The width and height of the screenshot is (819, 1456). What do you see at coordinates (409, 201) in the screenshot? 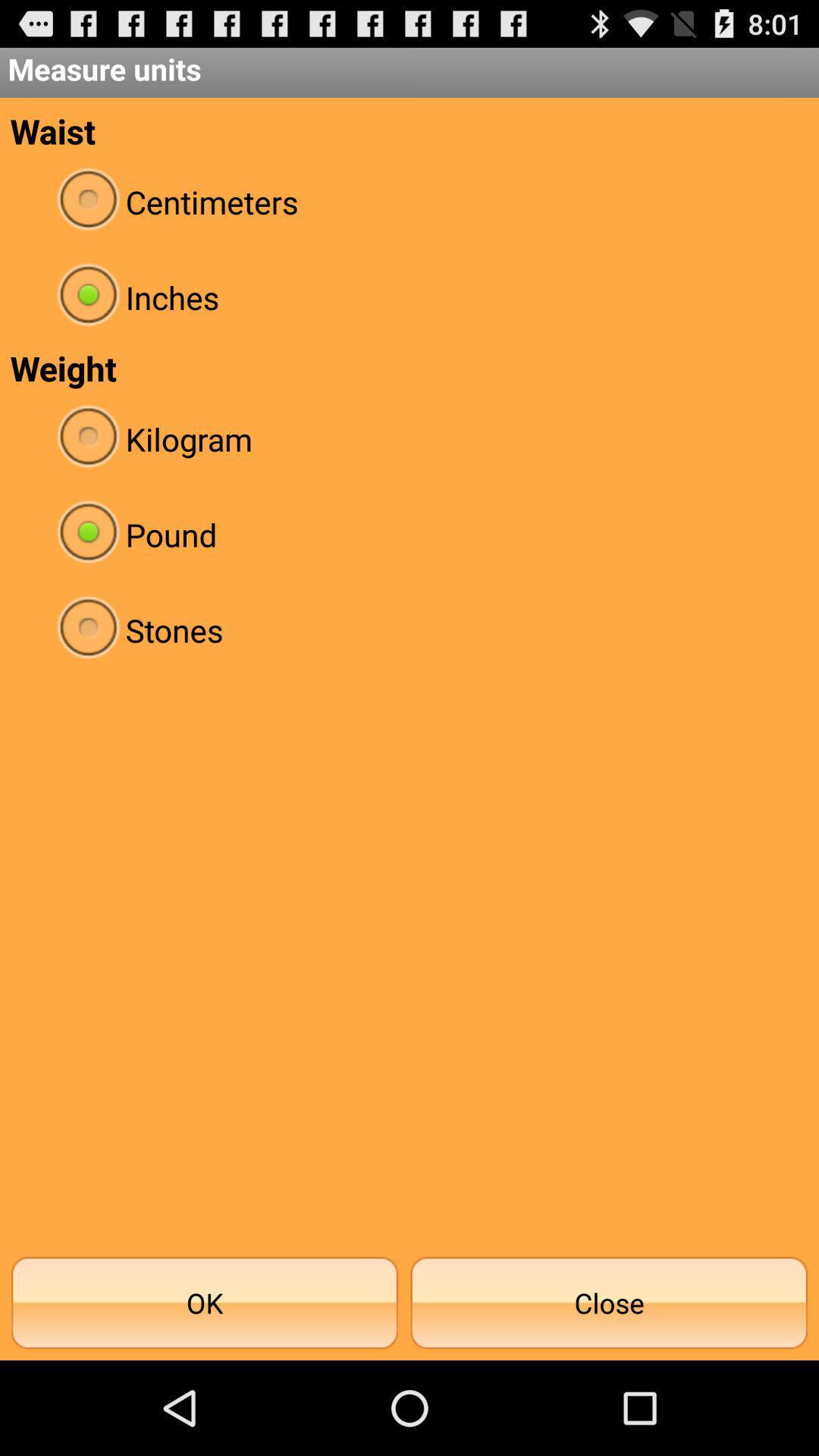
I see `centimeters item` at bounding box center [409, 201].